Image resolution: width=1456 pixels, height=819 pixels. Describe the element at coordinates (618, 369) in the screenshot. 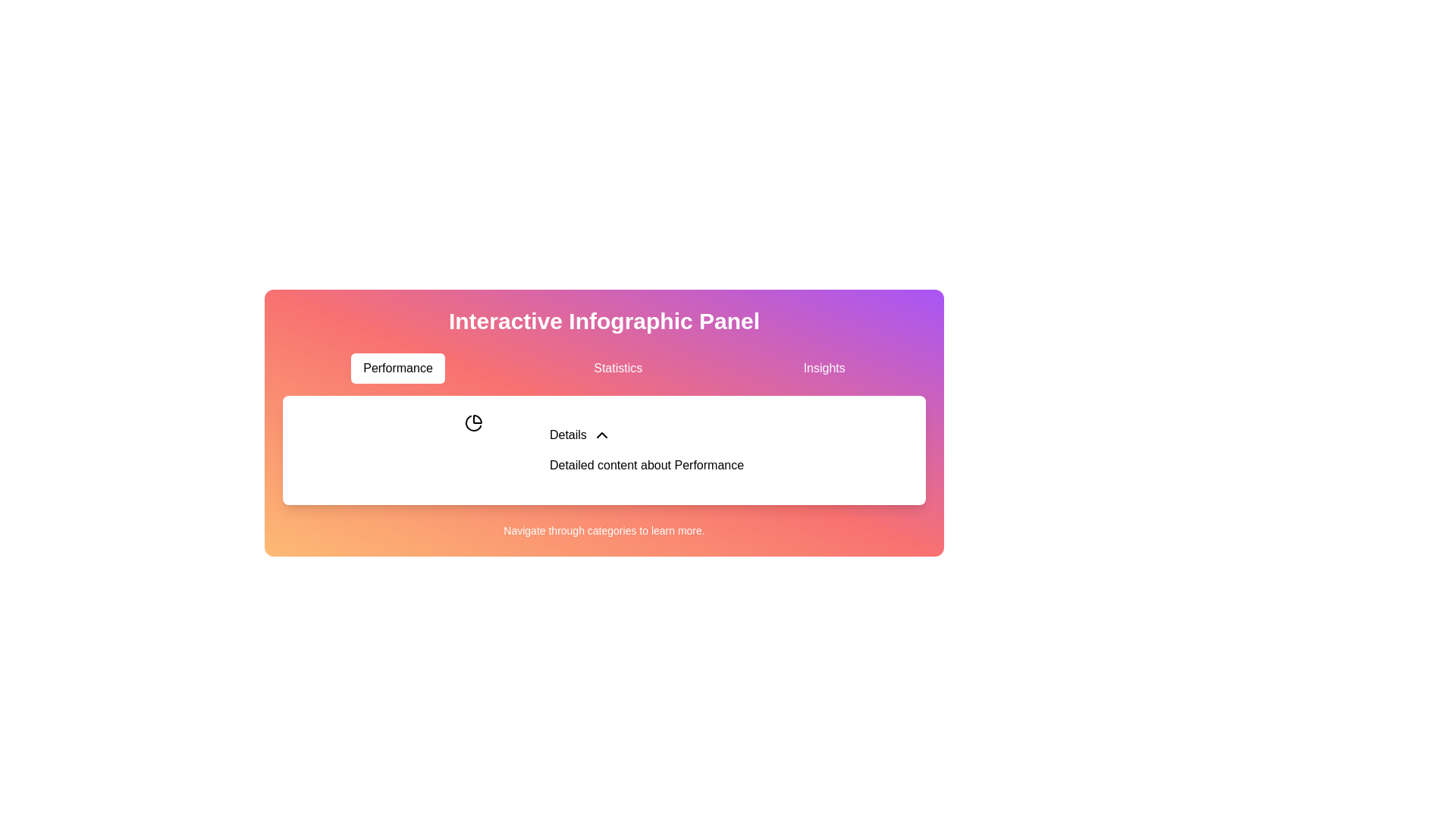

I see `the 'Statistics' button, which is styled with rounded corners and has a text label reading 'Statistics', to trigger its visual effects` at that location.